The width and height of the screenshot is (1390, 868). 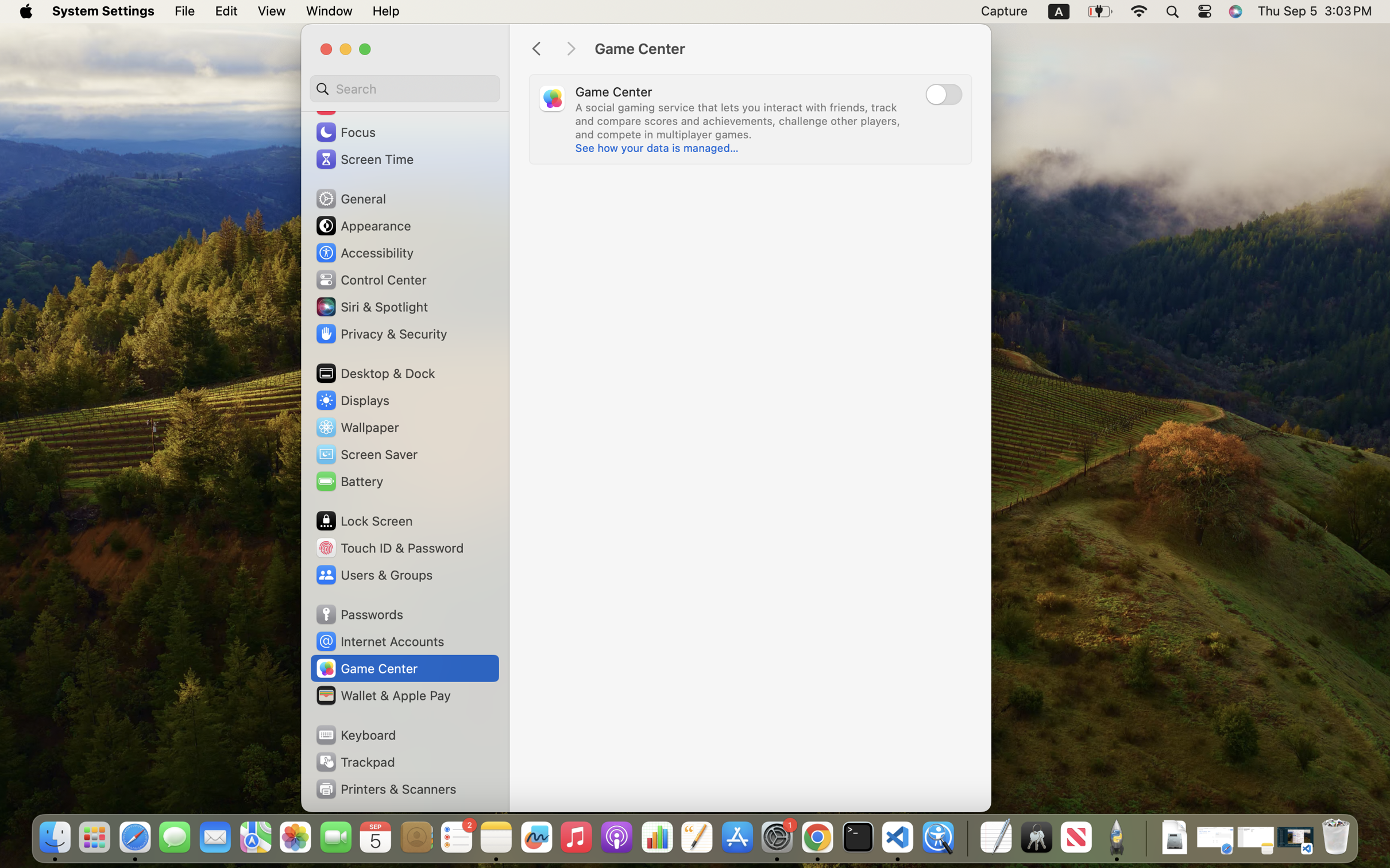 I want to click on 'Passwords', so click(x=358, y=614).